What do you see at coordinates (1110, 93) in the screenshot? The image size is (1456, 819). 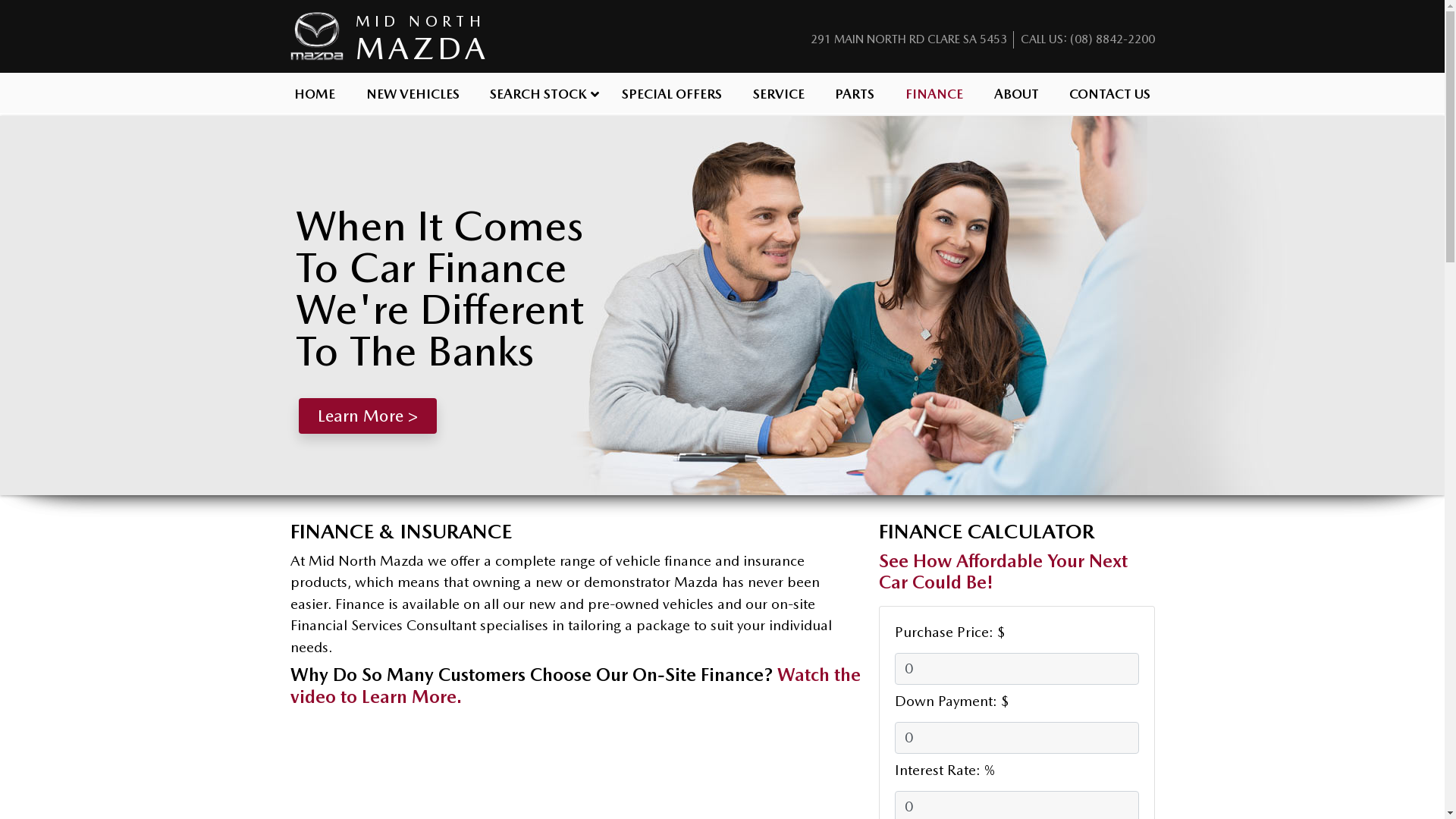 I see `'CONTACT US'` at bounding box center [1110, 93].